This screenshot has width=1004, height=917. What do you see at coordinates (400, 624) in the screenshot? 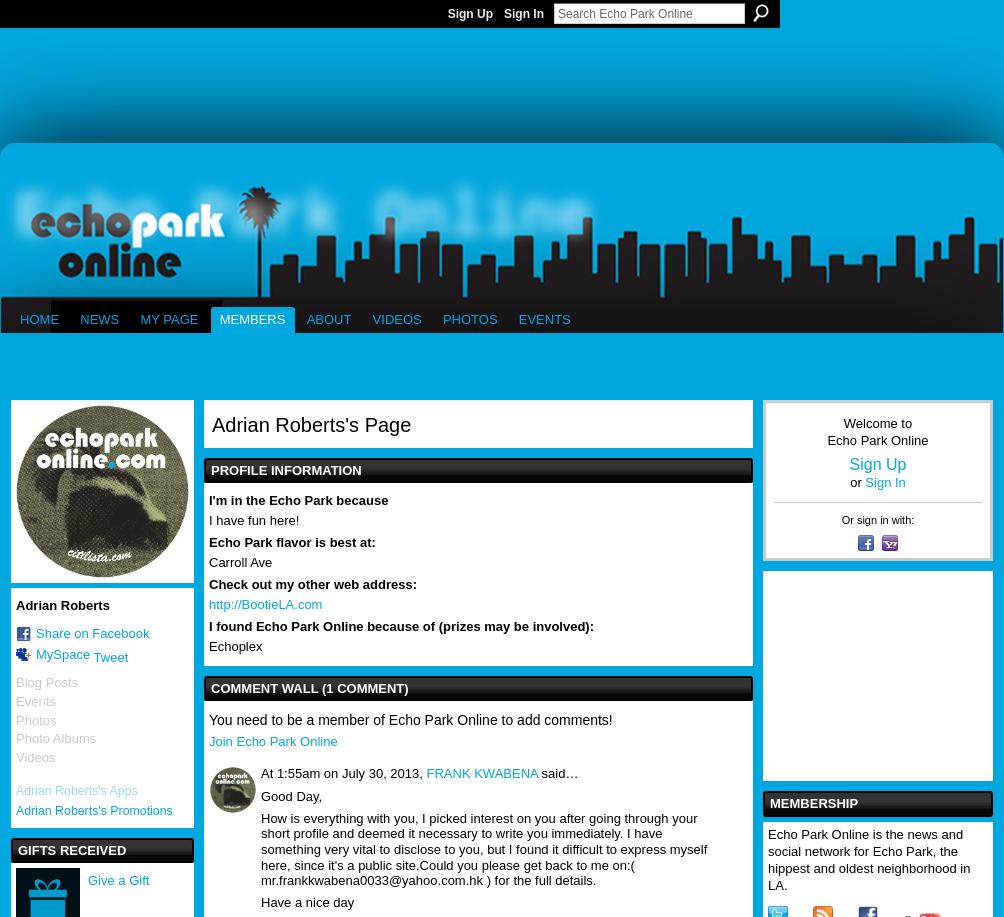
I see `'I found Echo Park Online because of (prizes may be involved):'` at bounding box center [400, 624].